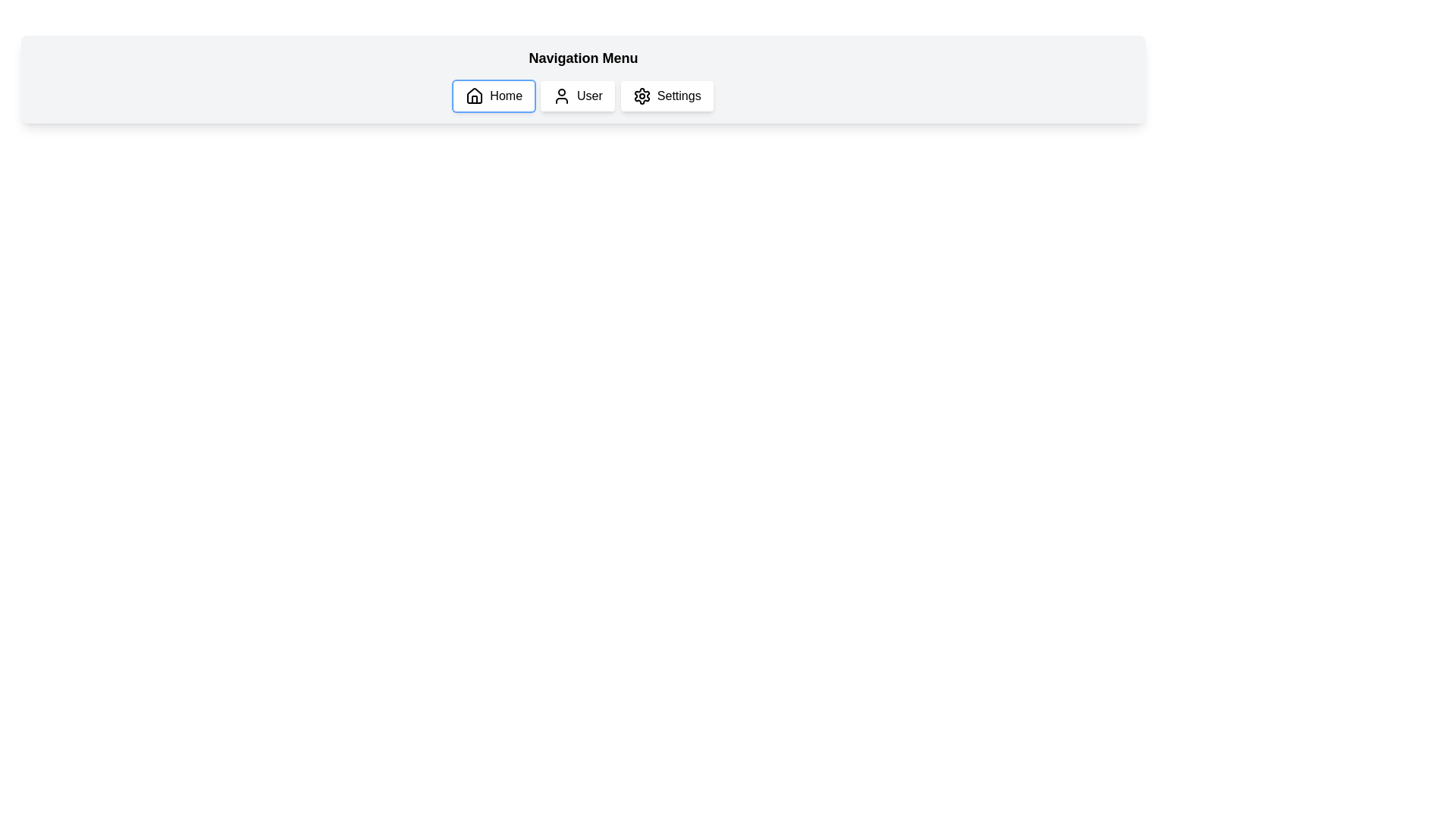  I want to click on text label 'Navigation Menu' which is styled in bold and positioned at the top center of the navigation section, directly above the buttons 'Home', 'User', and 'Settings', so click(582, 58).